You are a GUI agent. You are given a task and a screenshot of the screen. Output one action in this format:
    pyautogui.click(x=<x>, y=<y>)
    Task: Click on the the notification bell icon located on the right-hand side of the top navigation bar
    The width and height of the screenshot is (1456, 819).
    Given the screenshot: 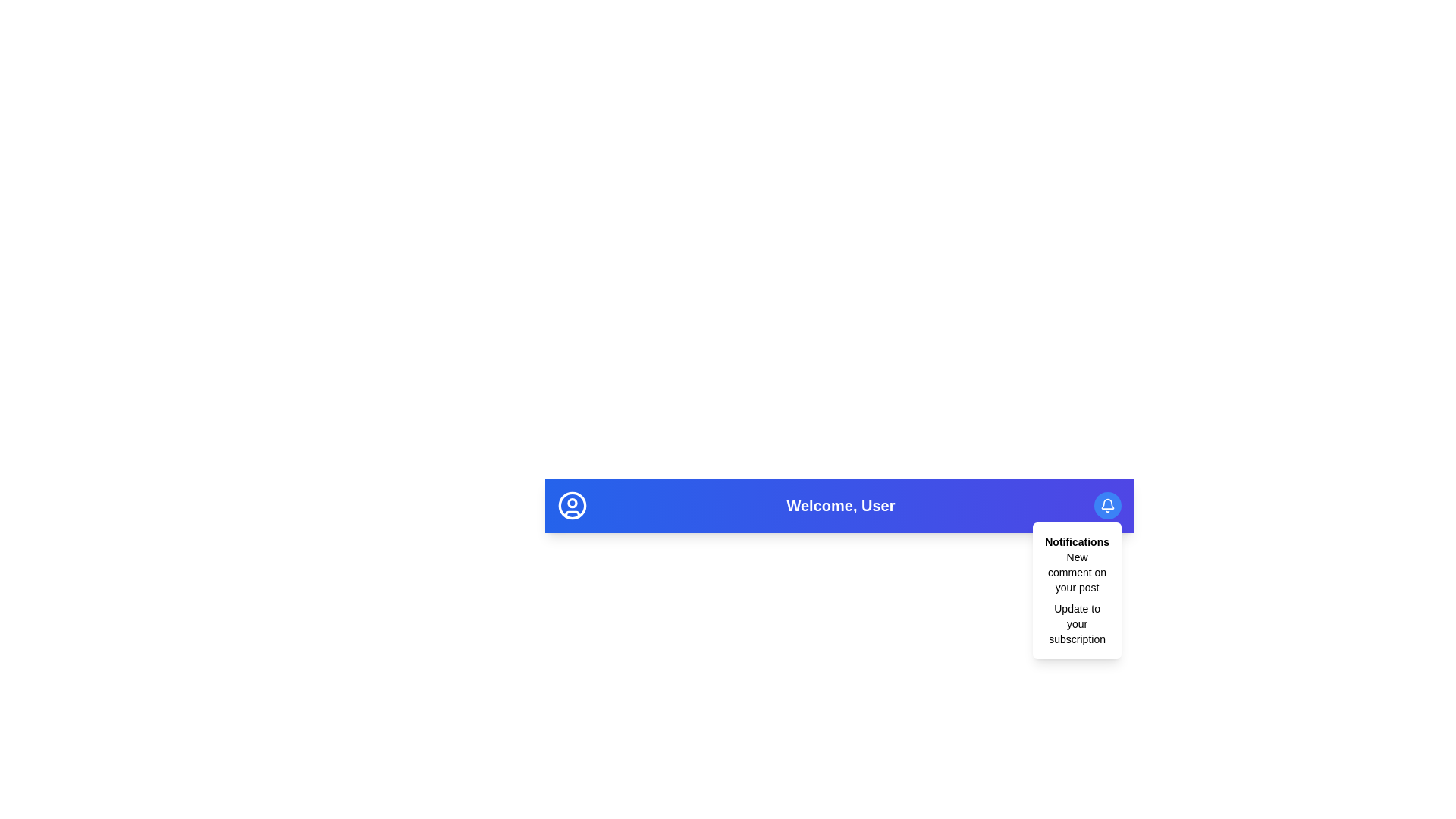 What is the action you would take?
    pyautogui.click(x=1107, y=503)
    